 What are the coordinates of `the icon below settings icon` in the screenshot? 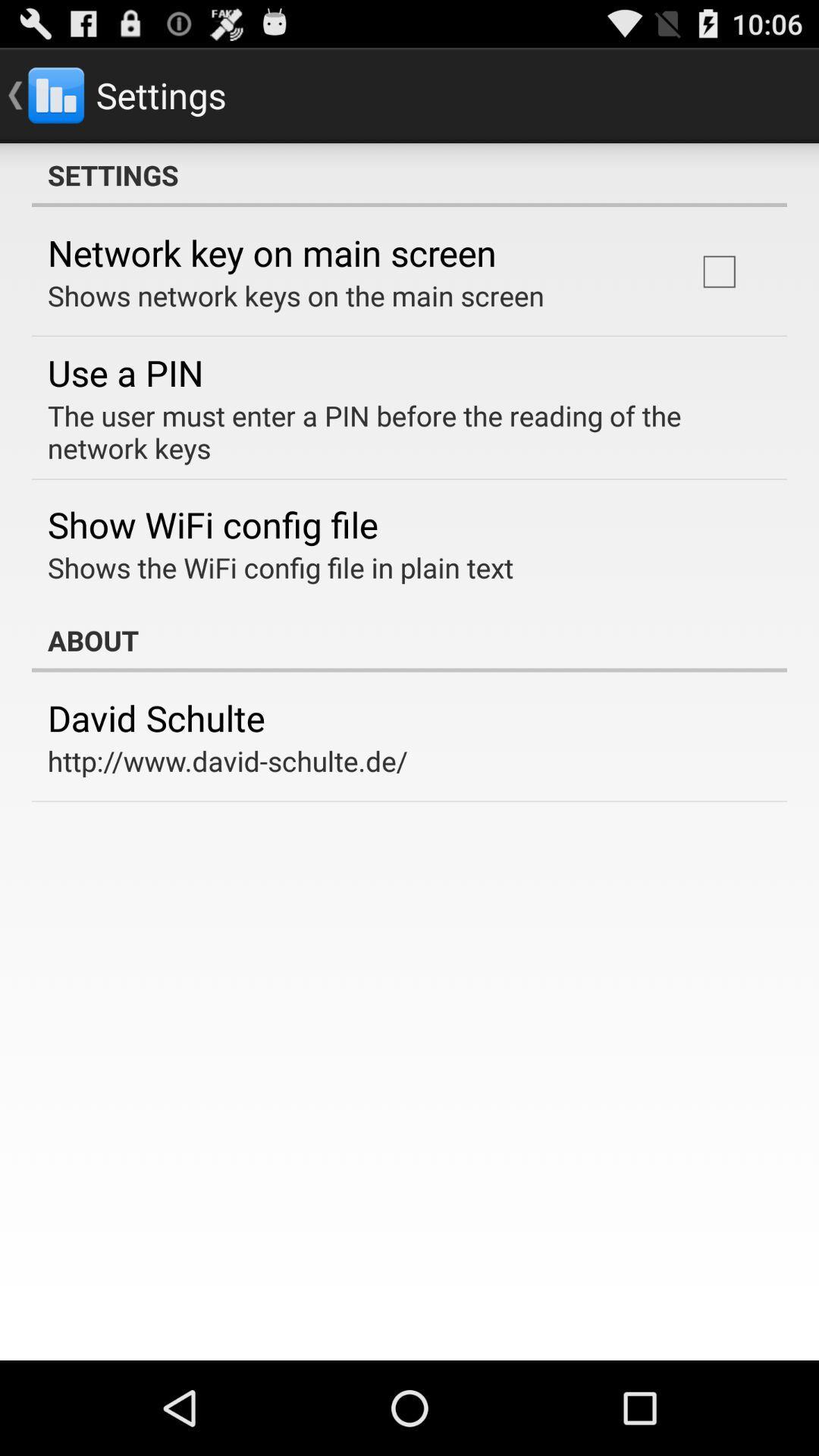 It's located at (718, 271).